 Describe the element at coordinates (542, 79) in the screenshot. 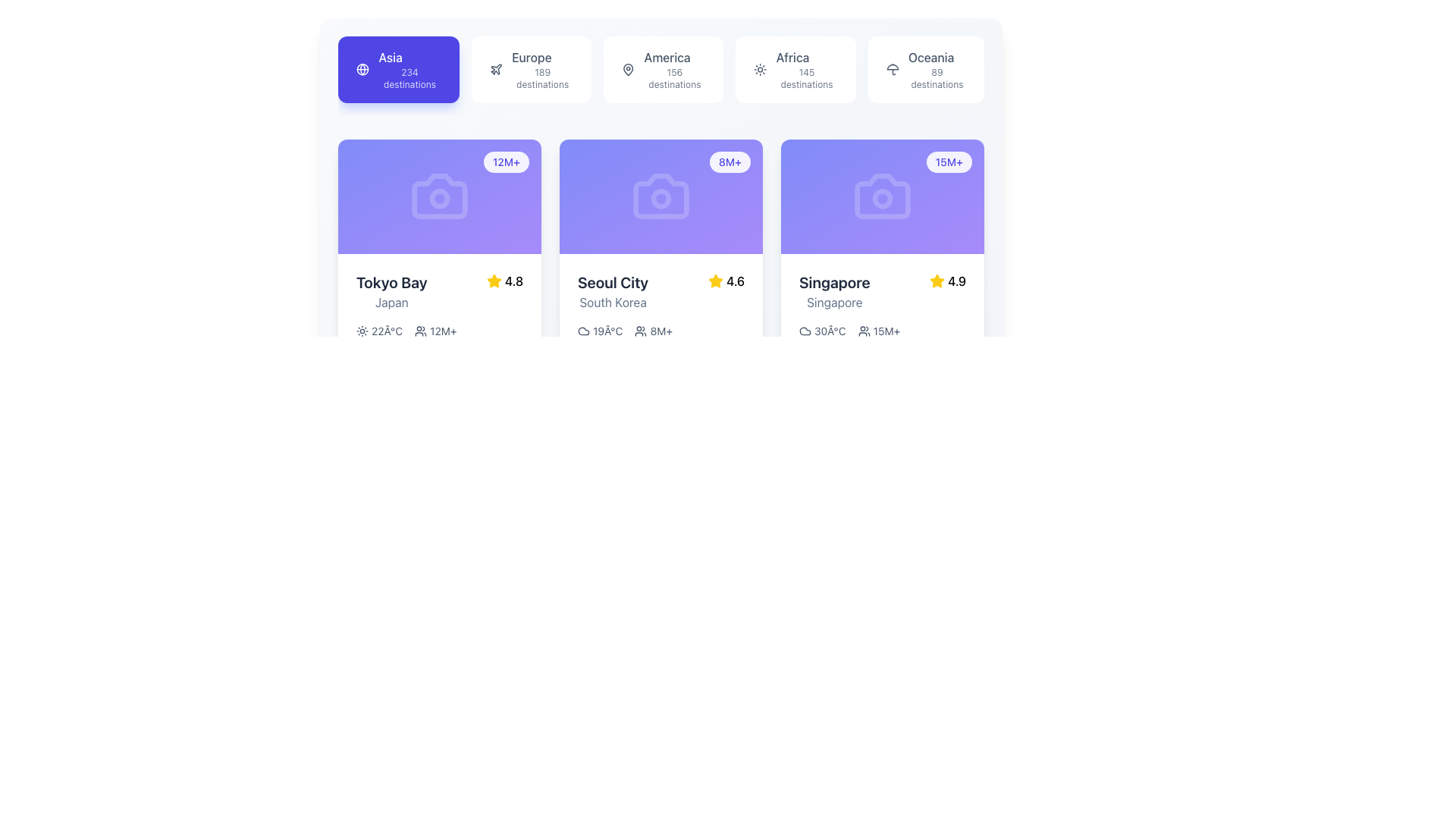

I see `the text label that reads '189 destinations', which is styled with a small font size and light opacity, located directly below the bolder text 'Europe'` at that location.